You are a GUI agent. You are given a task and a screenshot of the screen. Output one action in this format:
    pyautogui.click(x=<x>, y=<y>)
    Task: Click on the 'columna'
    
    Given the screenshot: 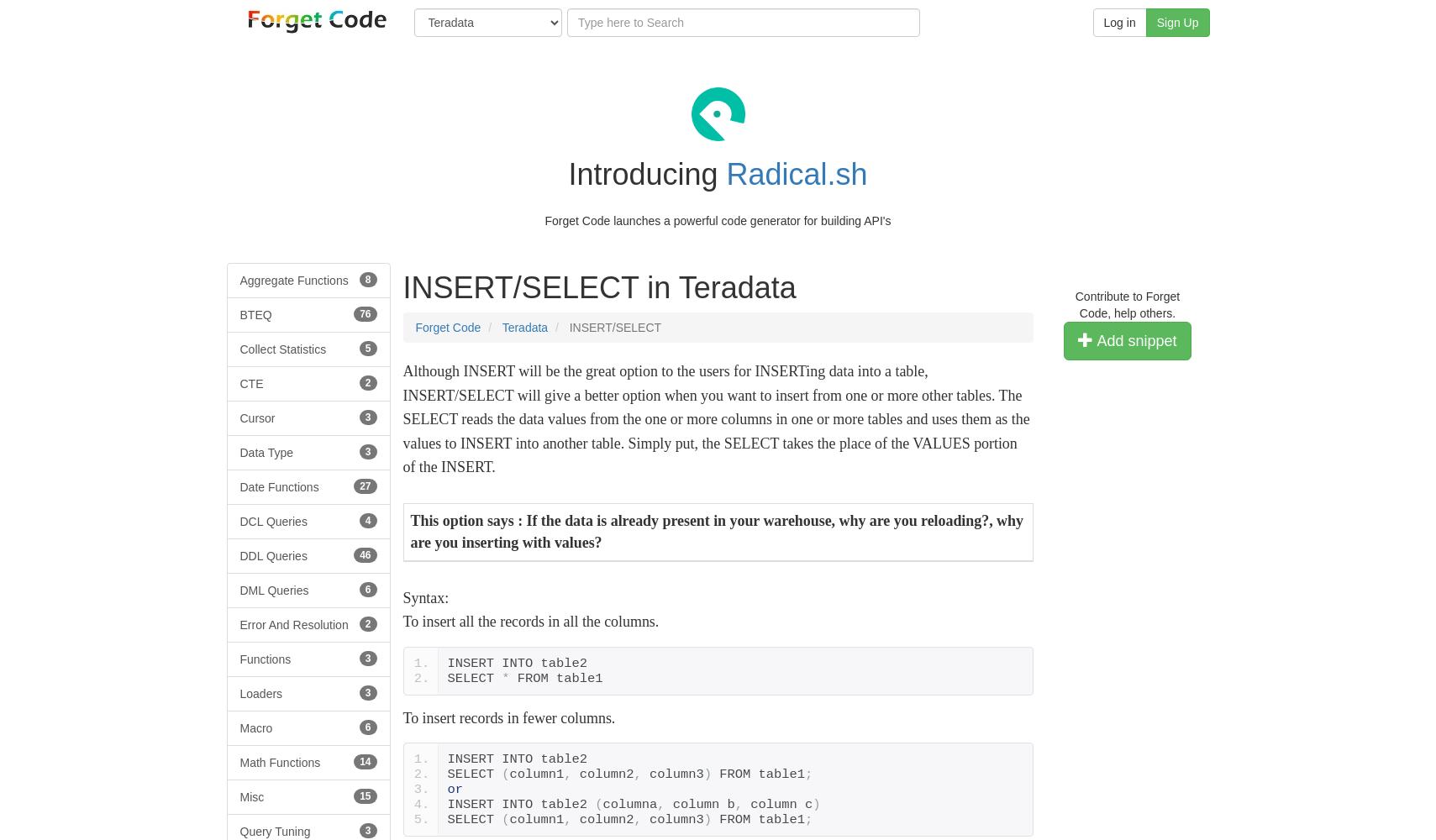 What is the action you would take?
    pyautogui.click(x=629, y=804)
    